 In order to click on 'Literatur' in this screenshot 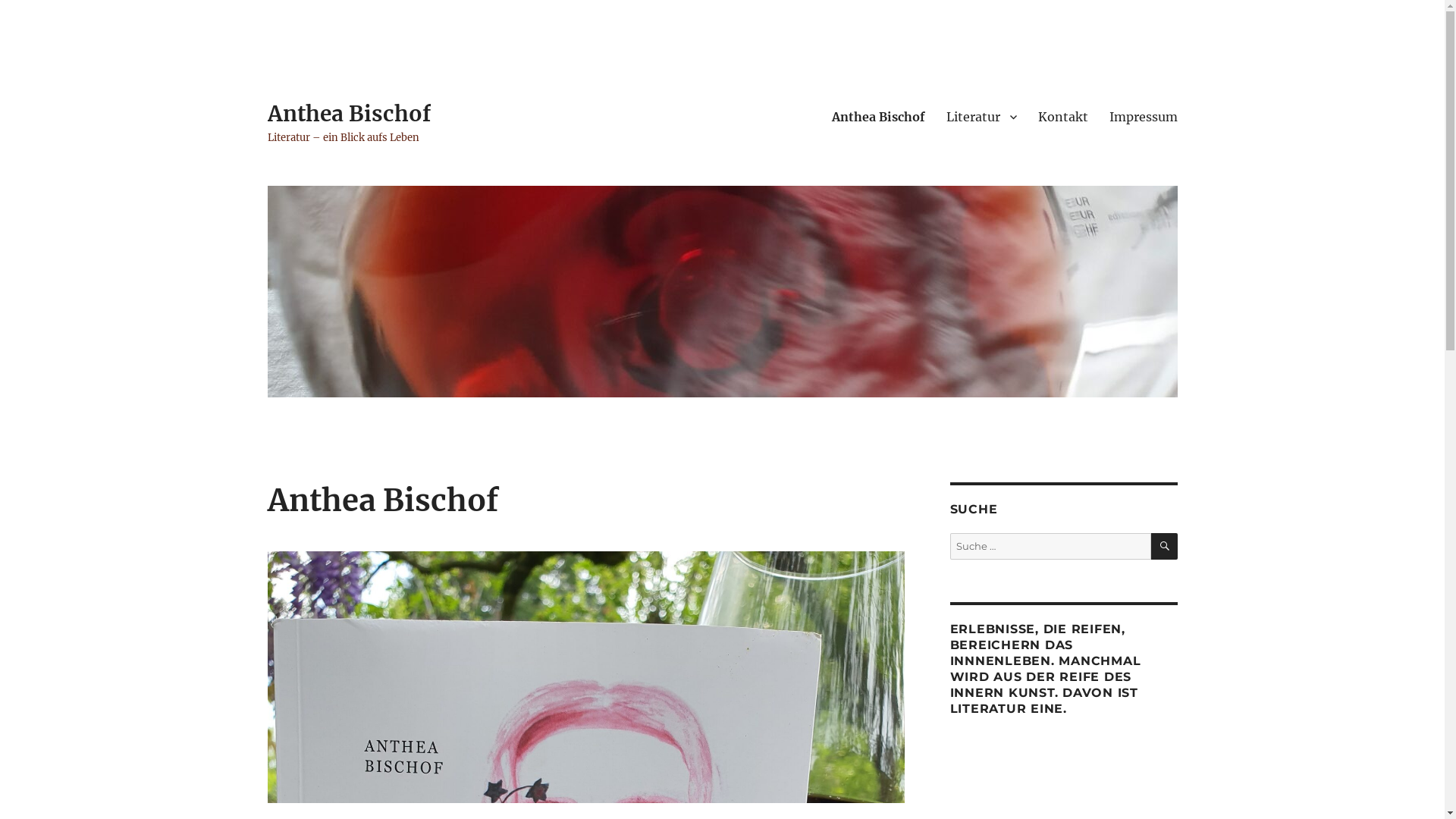, I will do `click(981, 116)`.